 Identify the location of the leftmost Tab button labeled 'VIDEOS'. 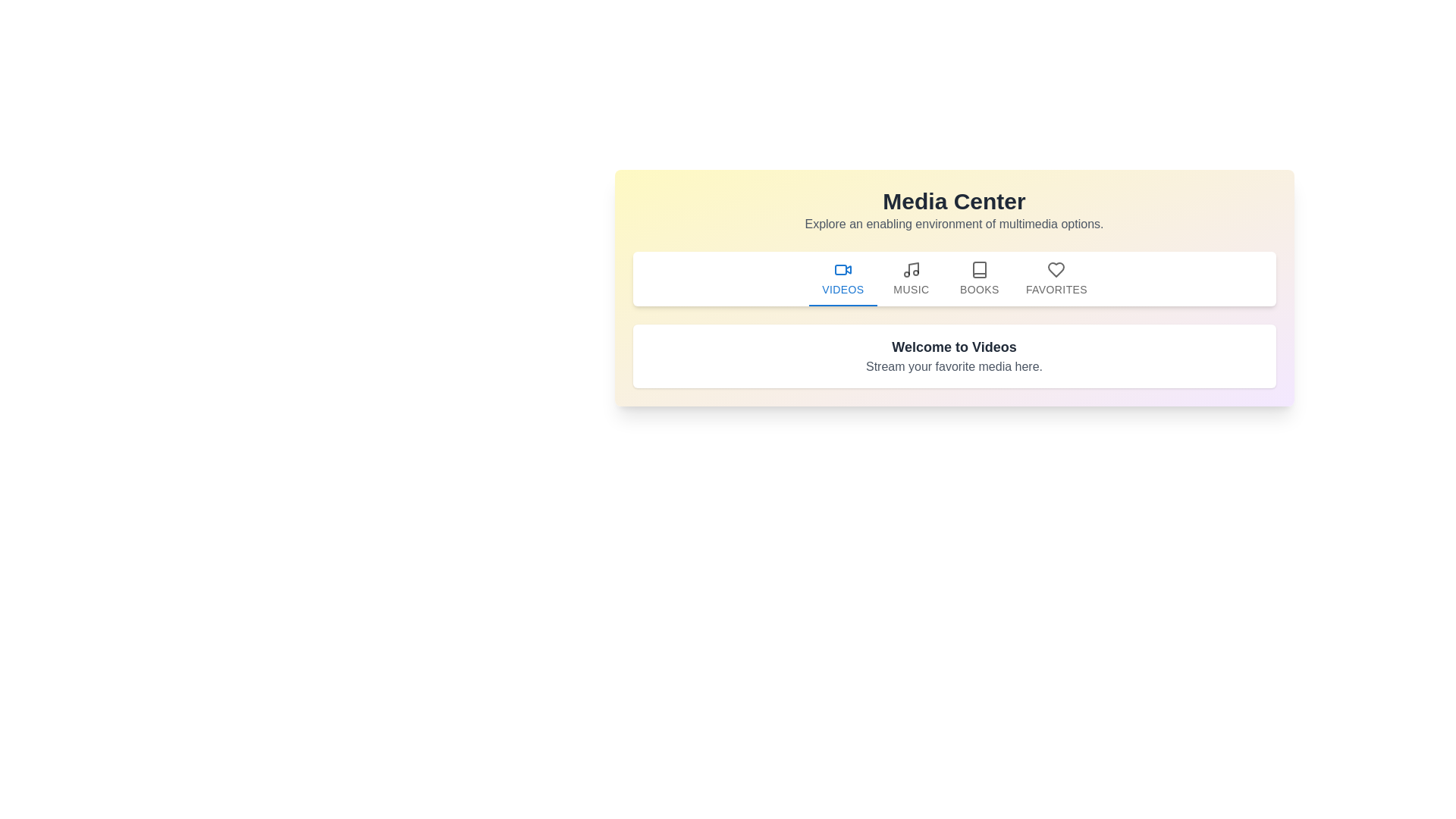
(841, 278).